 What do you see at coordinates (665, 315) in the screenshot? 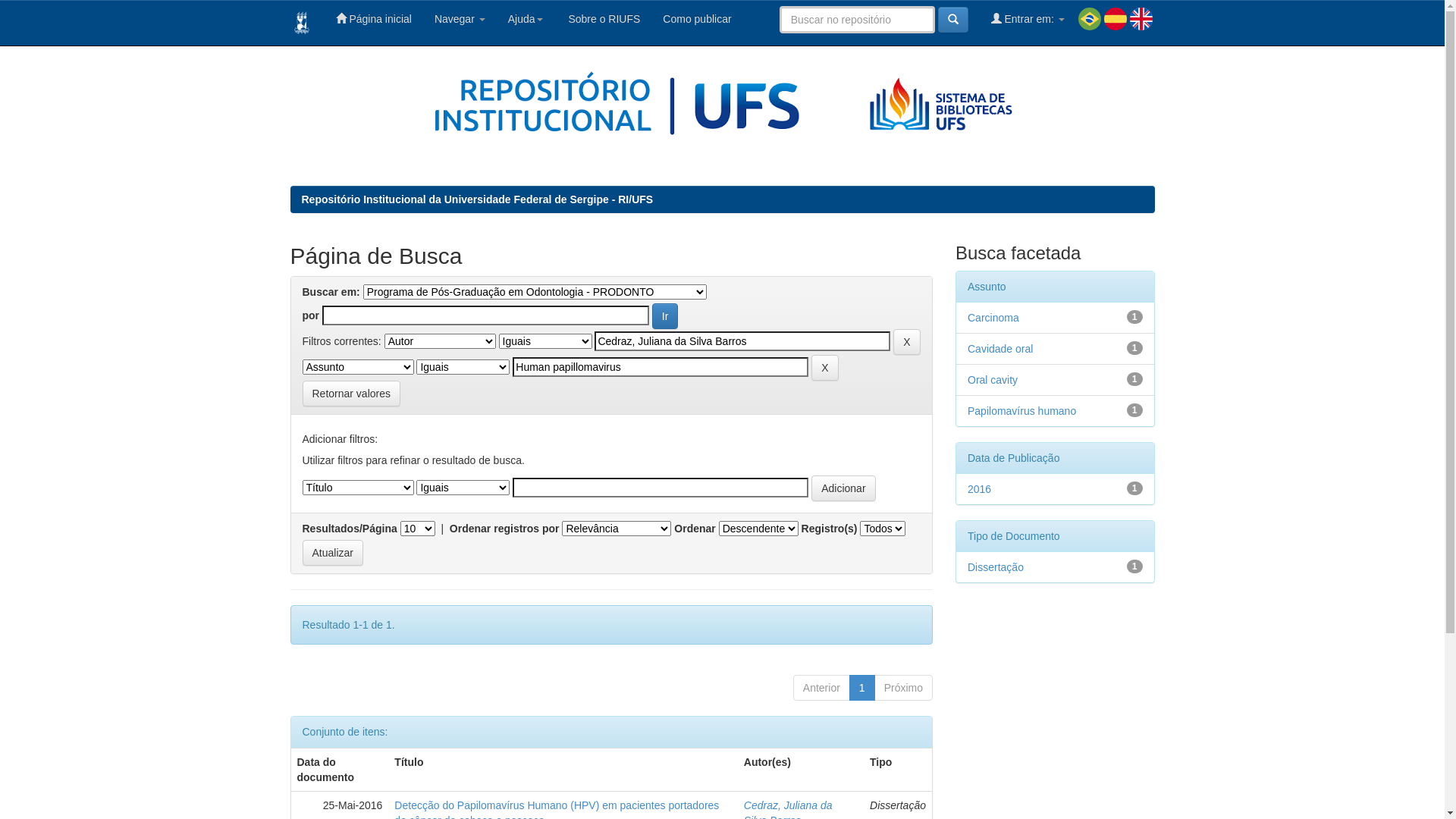
I see `'Ir'` at bounding box center [665, 315].